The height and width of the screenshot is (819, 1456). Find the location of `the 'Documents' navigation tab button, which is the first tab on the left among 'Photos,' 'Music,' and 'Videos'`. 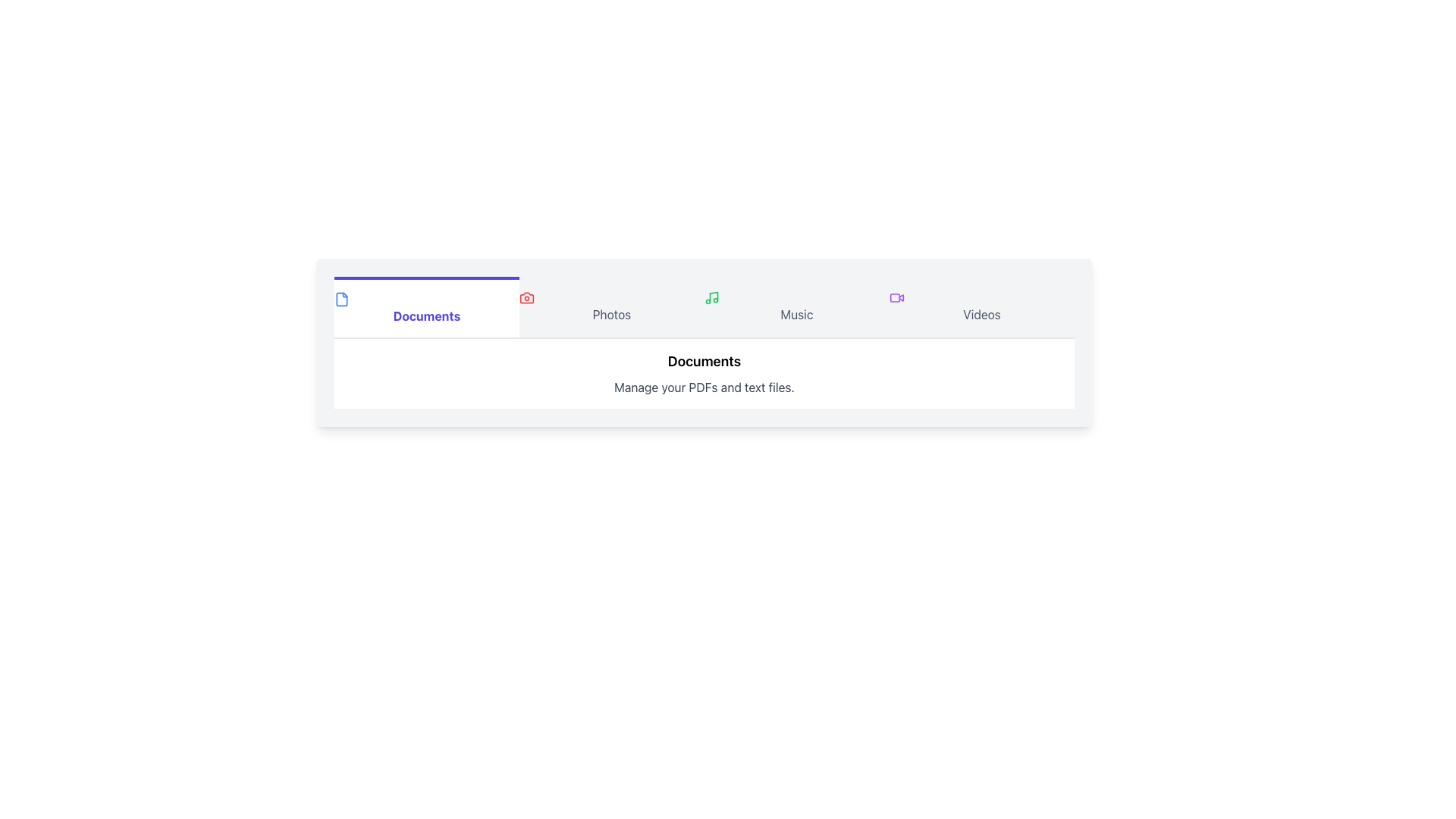

the 'Documents' navigation tab button, which is the first tab on the left among 'Photos,' 'Music,' and 'Videos' is located at coordinates (425, 307).